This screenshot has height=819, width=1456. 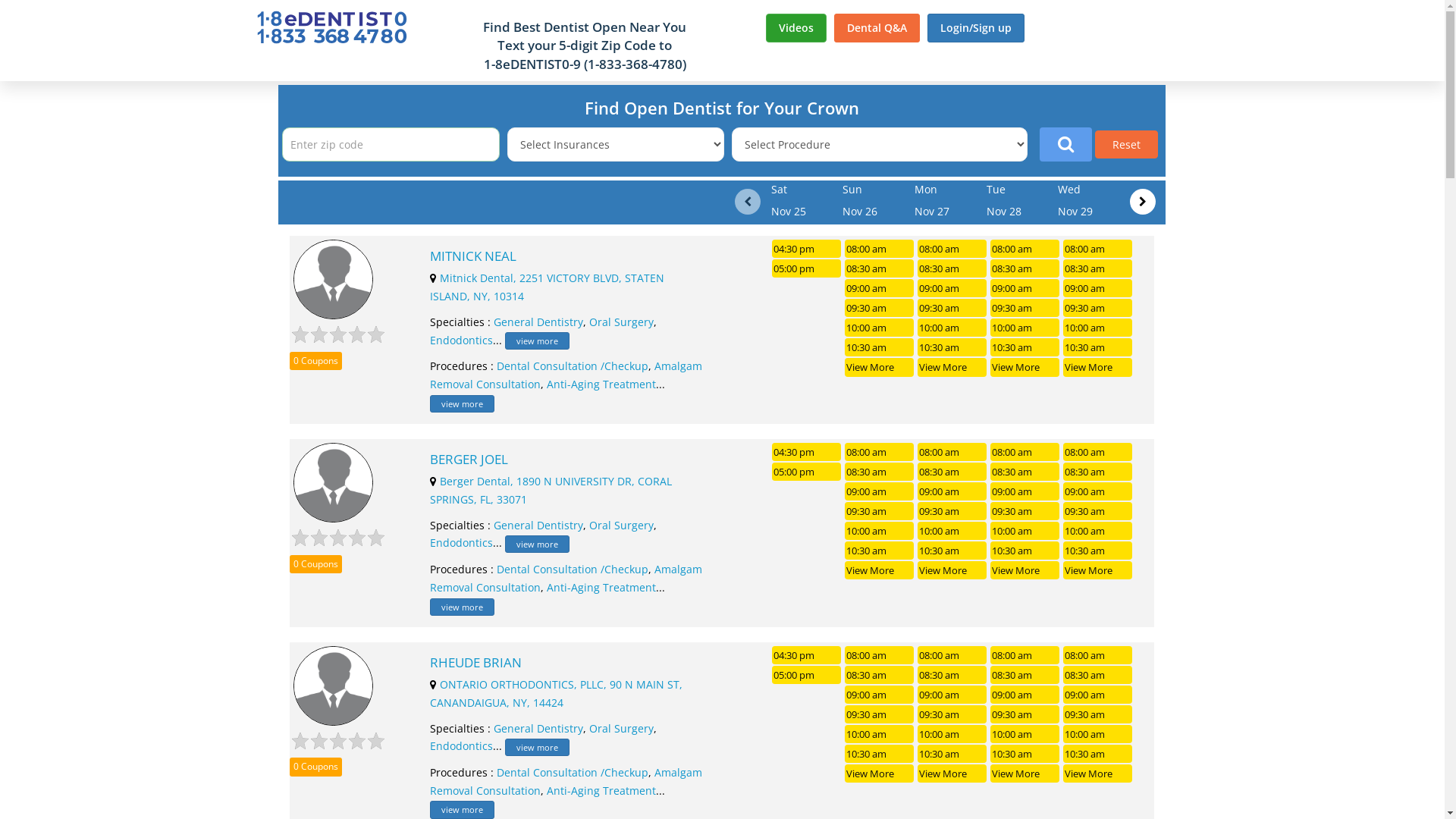 I want to click on '0 Coupons', so click(x=290, y=361).